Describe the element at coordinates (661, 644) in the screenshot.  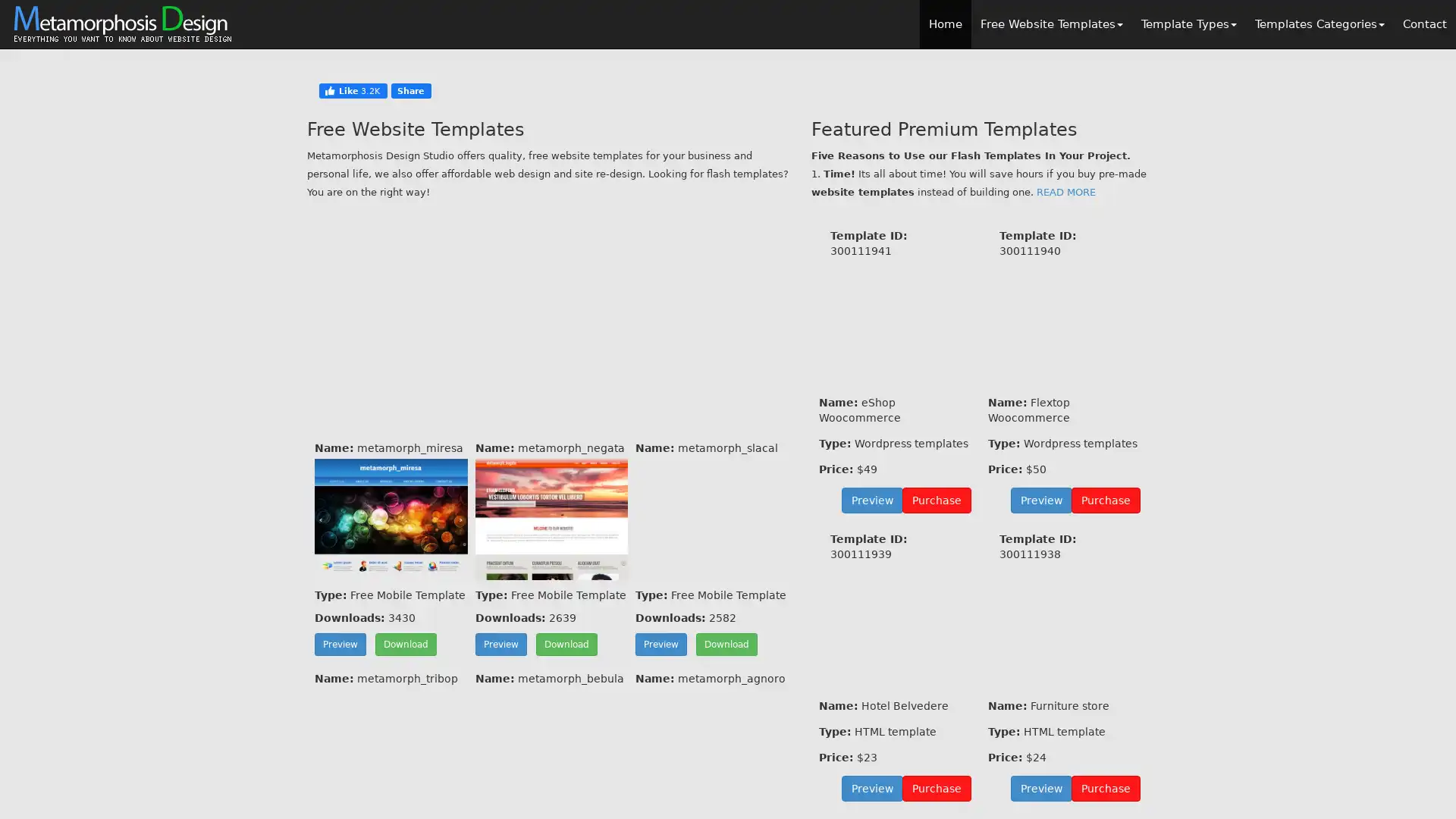
I see `Preview` at that location.